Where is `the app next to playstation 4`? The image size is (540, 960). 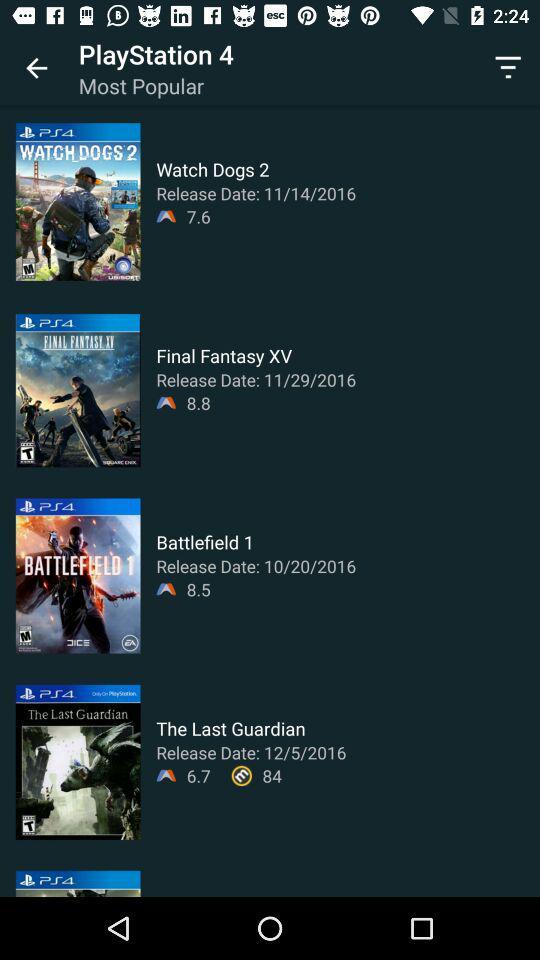
the app next to playstation 4 is located at coordinates (36, 68).